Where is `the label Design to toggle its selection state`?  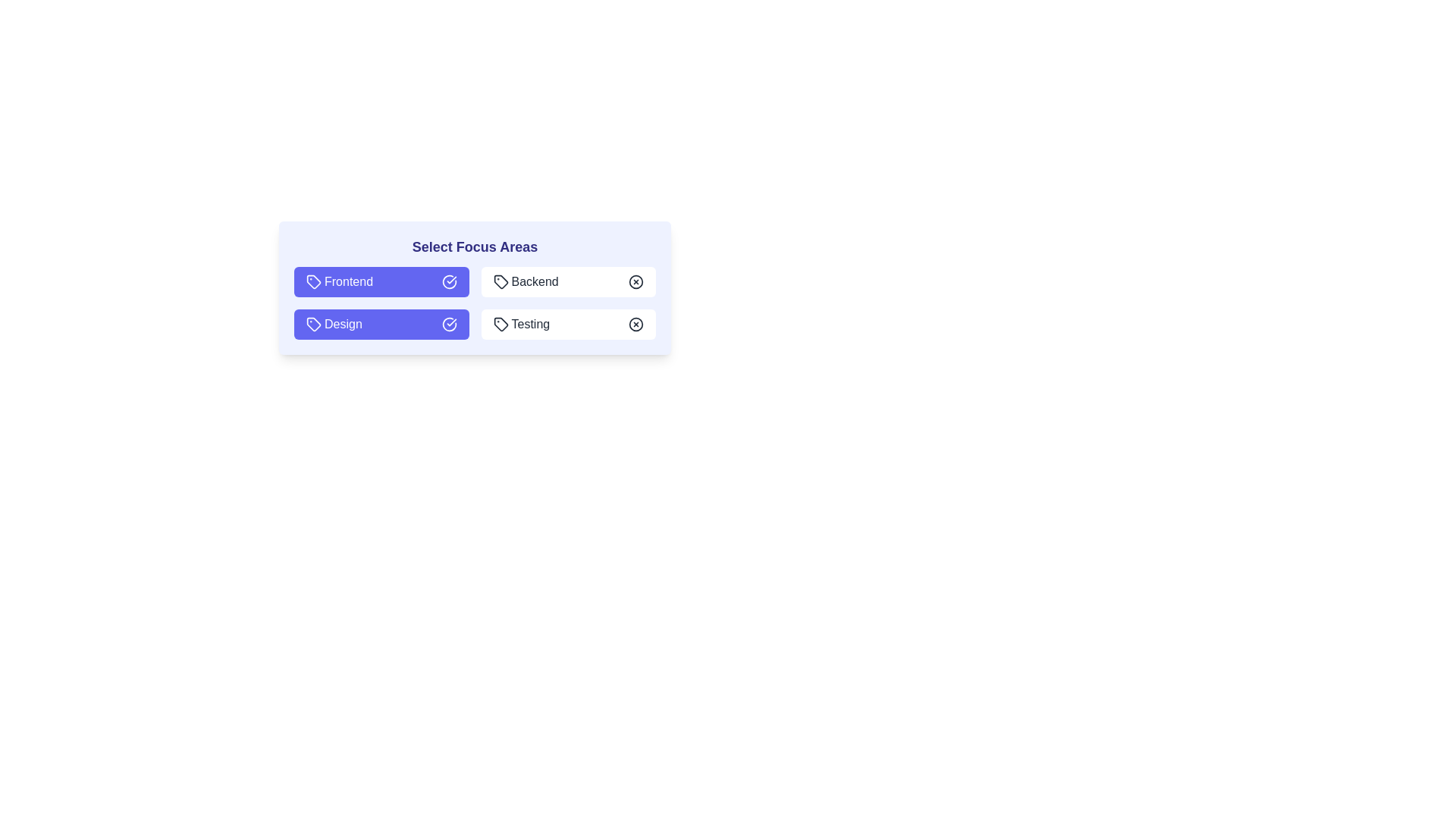 the label Design to toggle its selection state is located at coordinates (381, 324).